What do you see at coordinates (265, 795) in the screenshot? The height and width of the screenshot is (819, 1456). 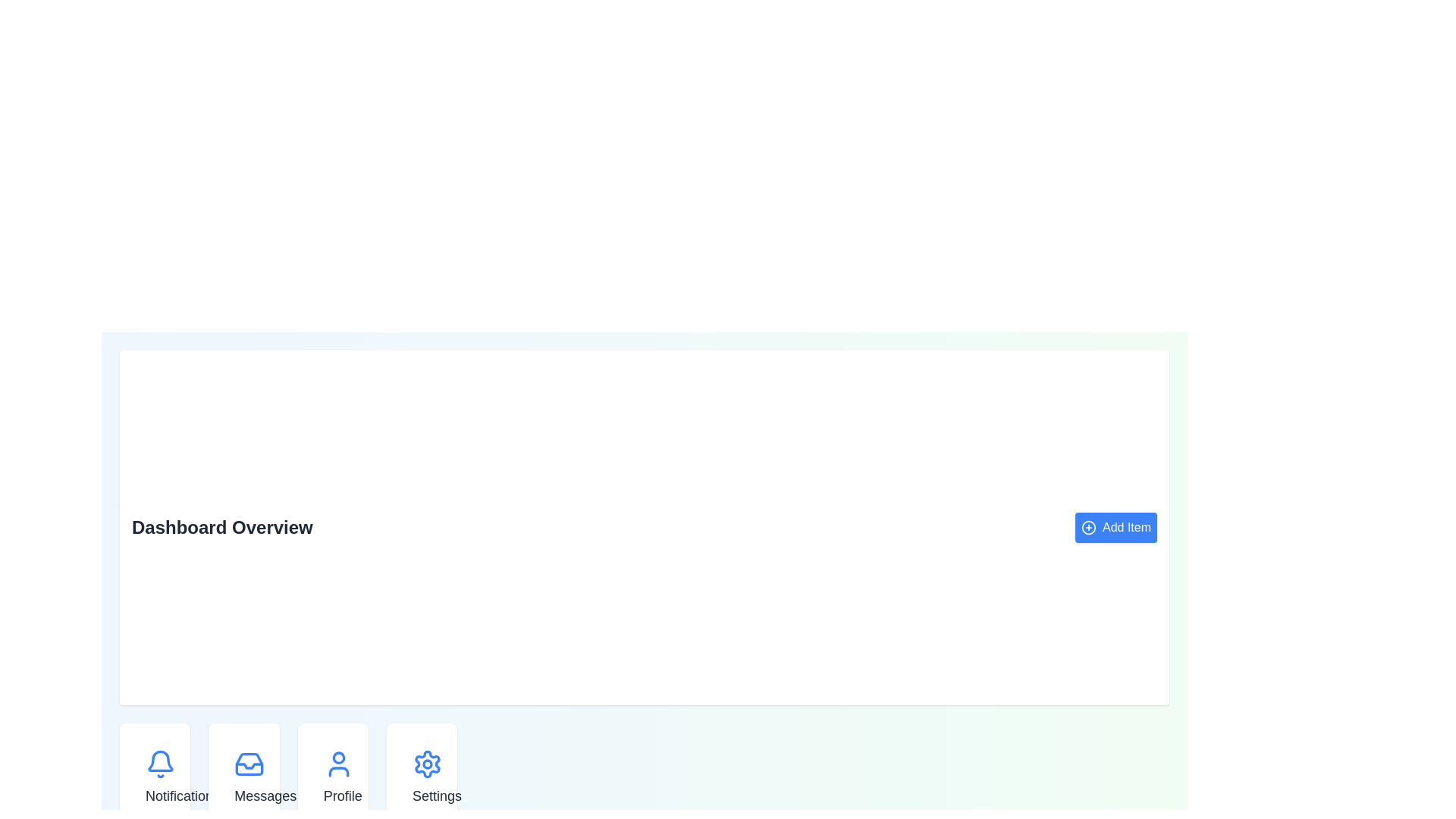 I see `the 'Messages' text label in the navigation bar, which is styled in dark gray with a medium font-weight and is prominent within its layout` at bounding box center [265, 795].